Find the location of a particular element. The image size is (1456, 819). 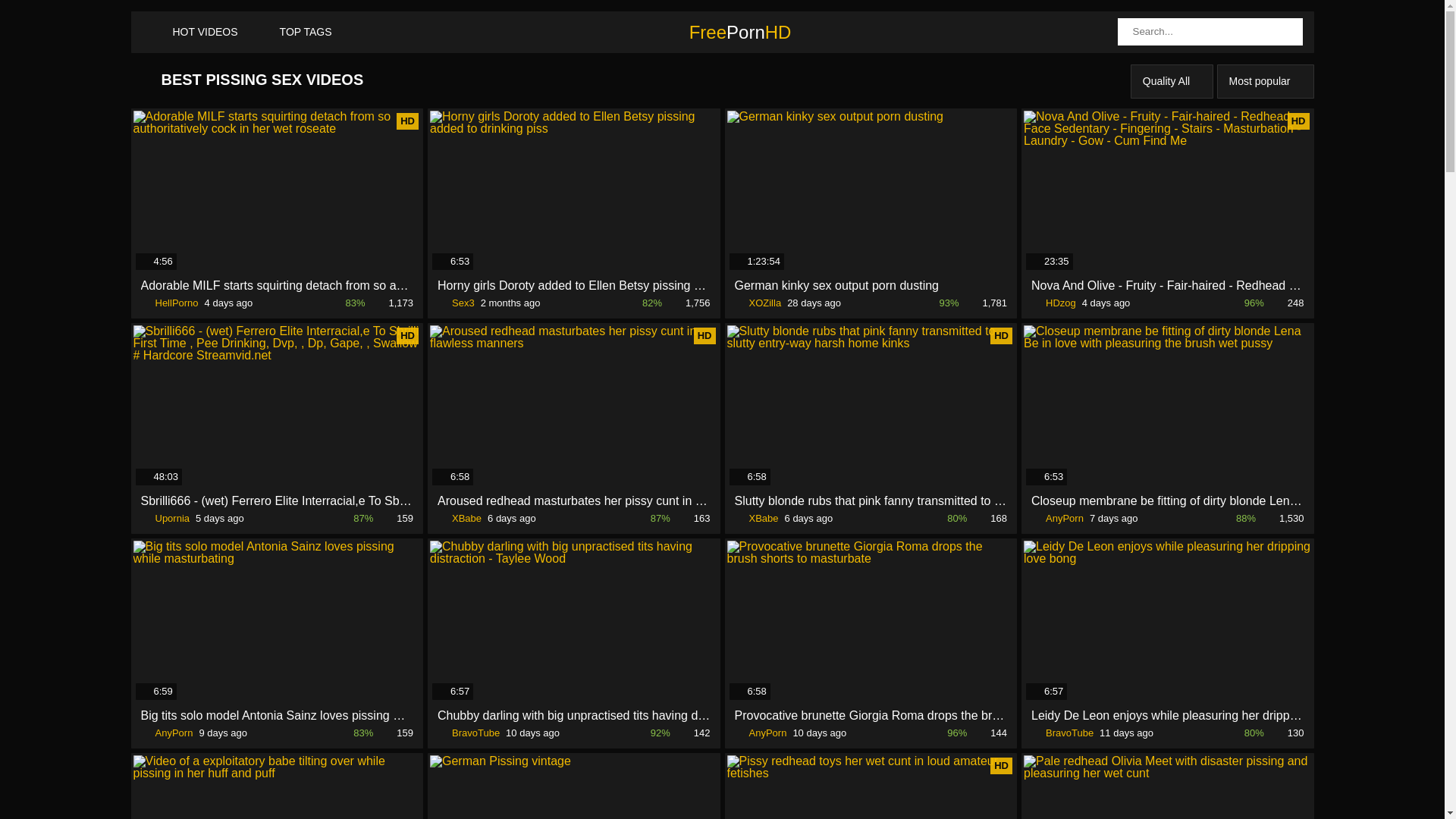

'XOZilla' is located at coordinates (734, 303).